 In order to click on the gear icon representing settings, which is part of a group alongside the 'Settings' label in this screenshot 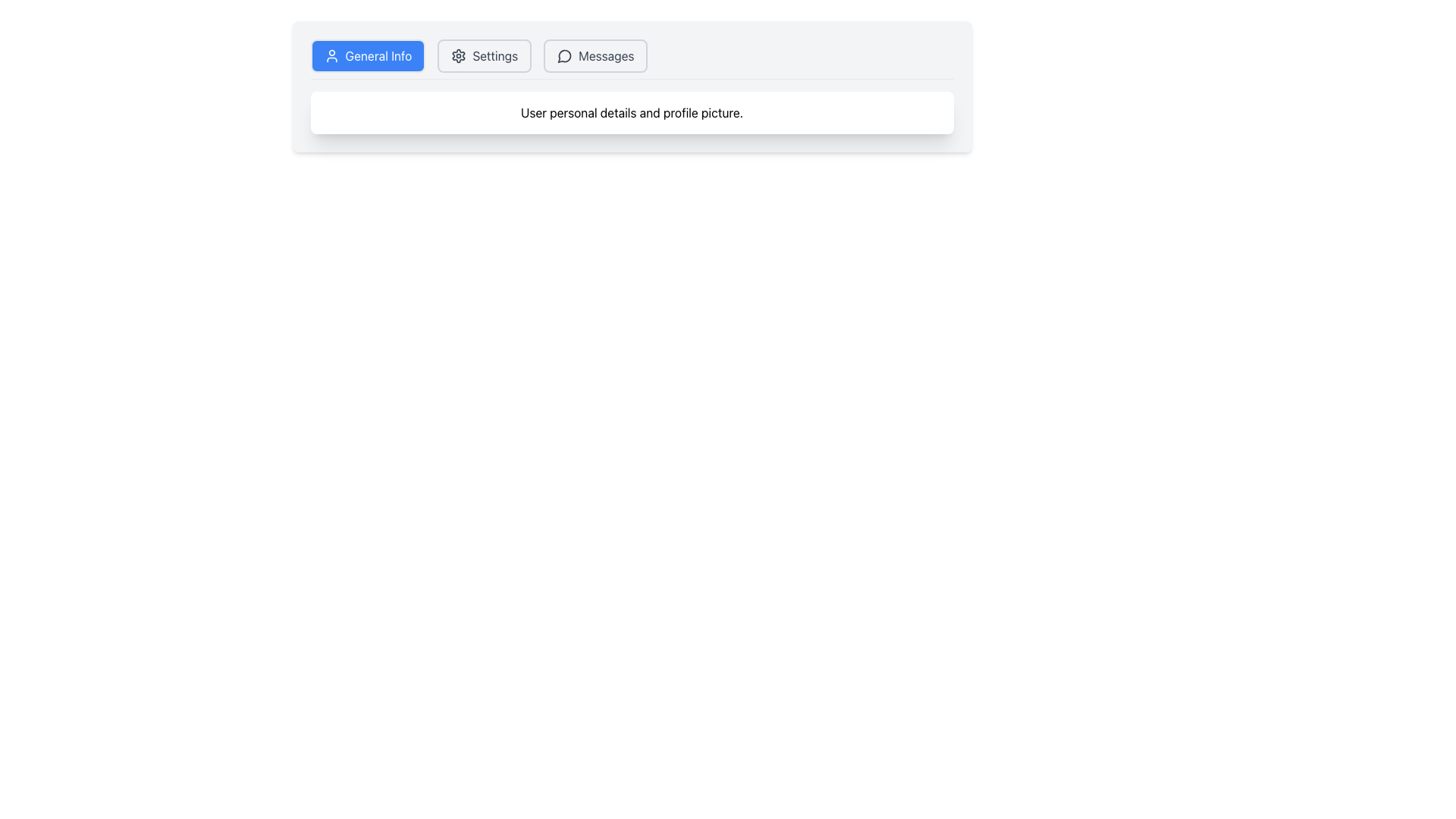, I will do `click(458, 55)`.